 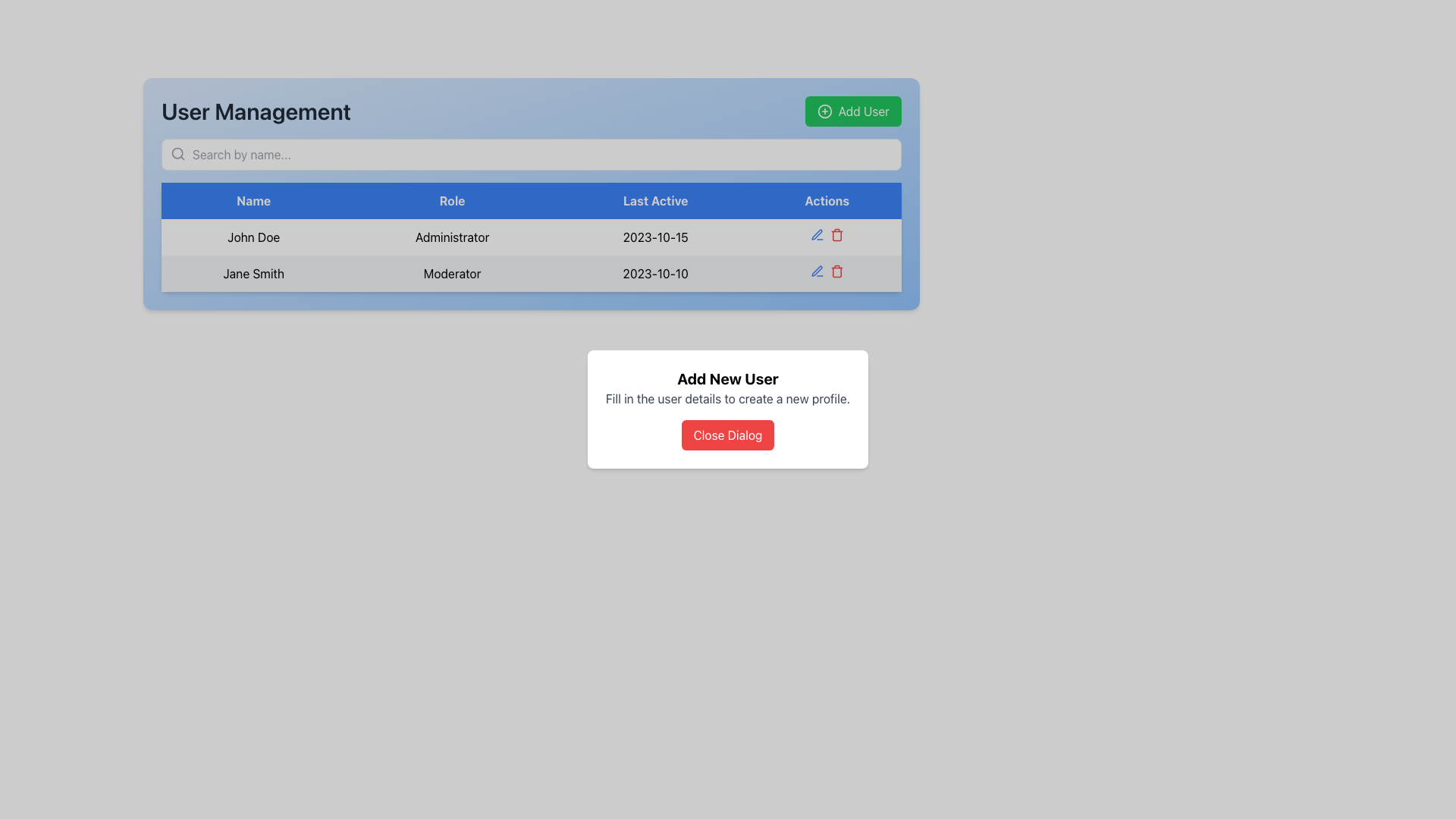 I want to click on the red button labeled 'Close Dialog' located beneath the text 'Fill in the user details to create a new profile' in the dialog titled 'Add New User', so click(x=728, y=435).